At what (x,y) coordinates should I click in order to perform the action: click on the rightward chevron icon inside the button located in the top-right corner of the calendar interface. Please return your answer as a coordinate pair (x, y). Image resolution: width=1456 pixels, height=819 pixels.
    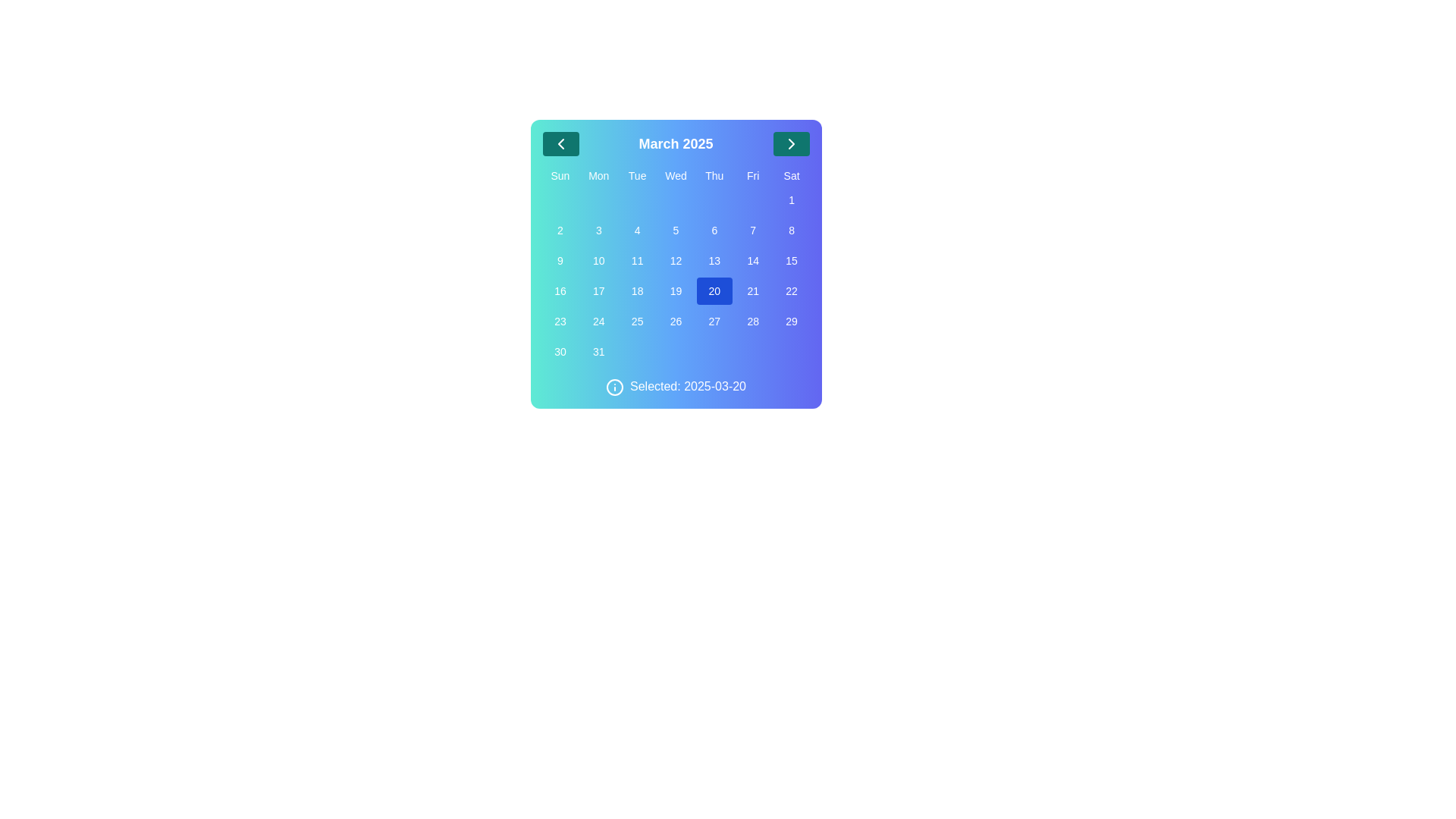
    Looking at the image, I should click on (790, 143).